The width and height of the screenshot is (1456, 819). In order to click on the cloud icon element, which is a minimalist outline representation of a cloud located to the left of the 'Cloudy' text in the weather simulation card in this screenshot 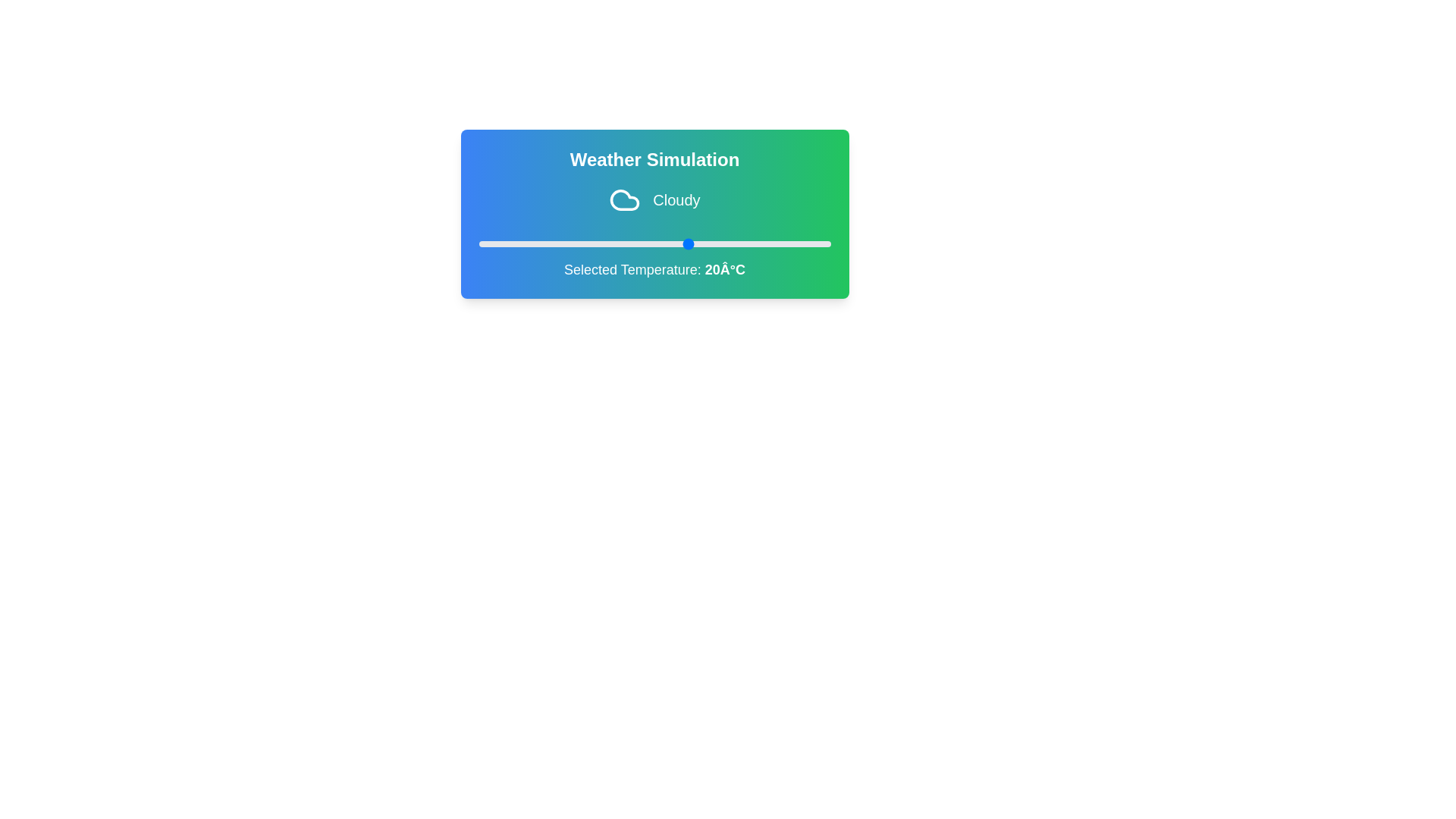, I will do `click(625, 199)`.